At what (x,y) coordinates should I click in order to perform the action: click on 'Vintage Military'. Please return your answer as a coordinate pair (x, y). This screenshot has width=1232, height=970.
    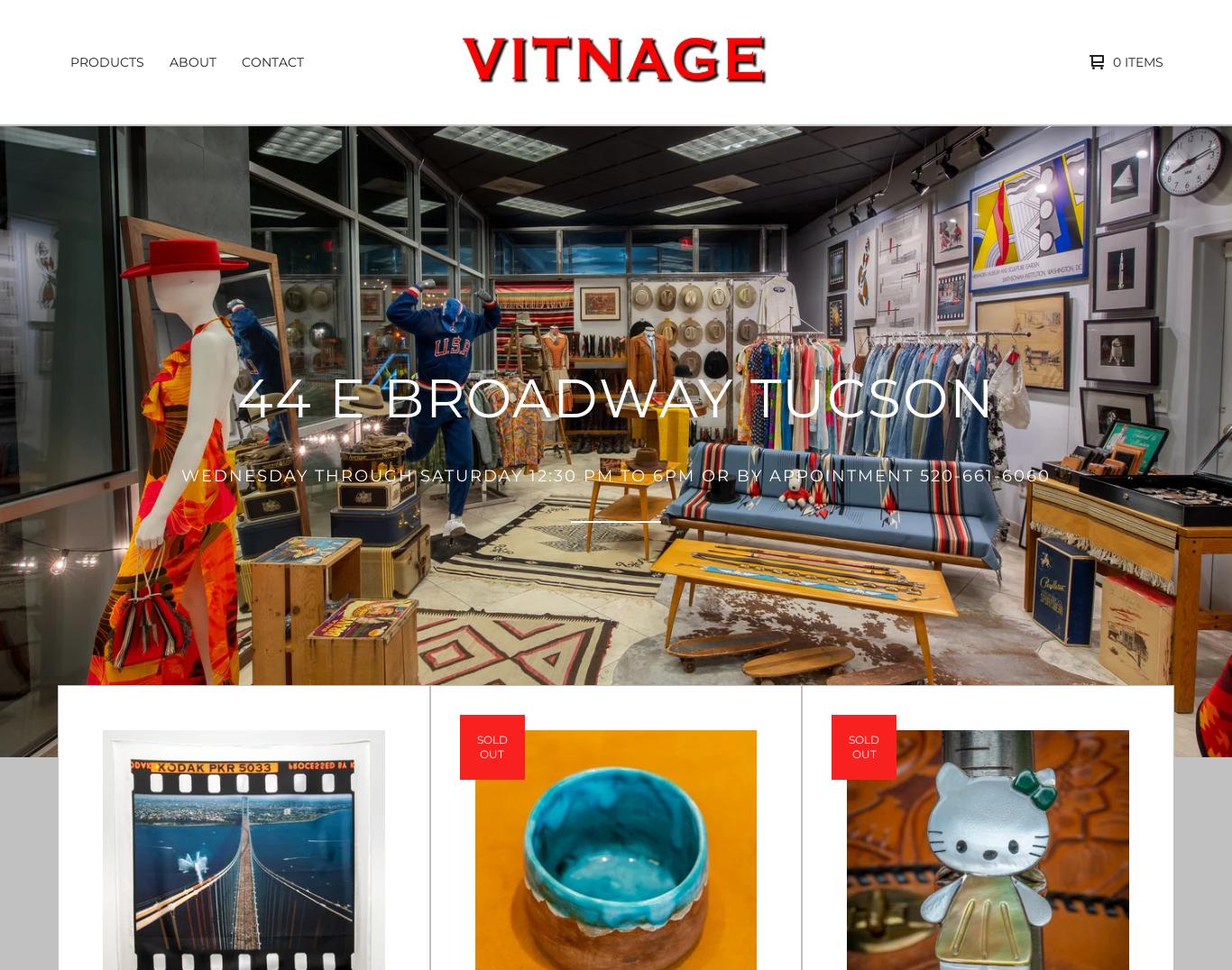
    Looking at the image, I should click on (133, 432).